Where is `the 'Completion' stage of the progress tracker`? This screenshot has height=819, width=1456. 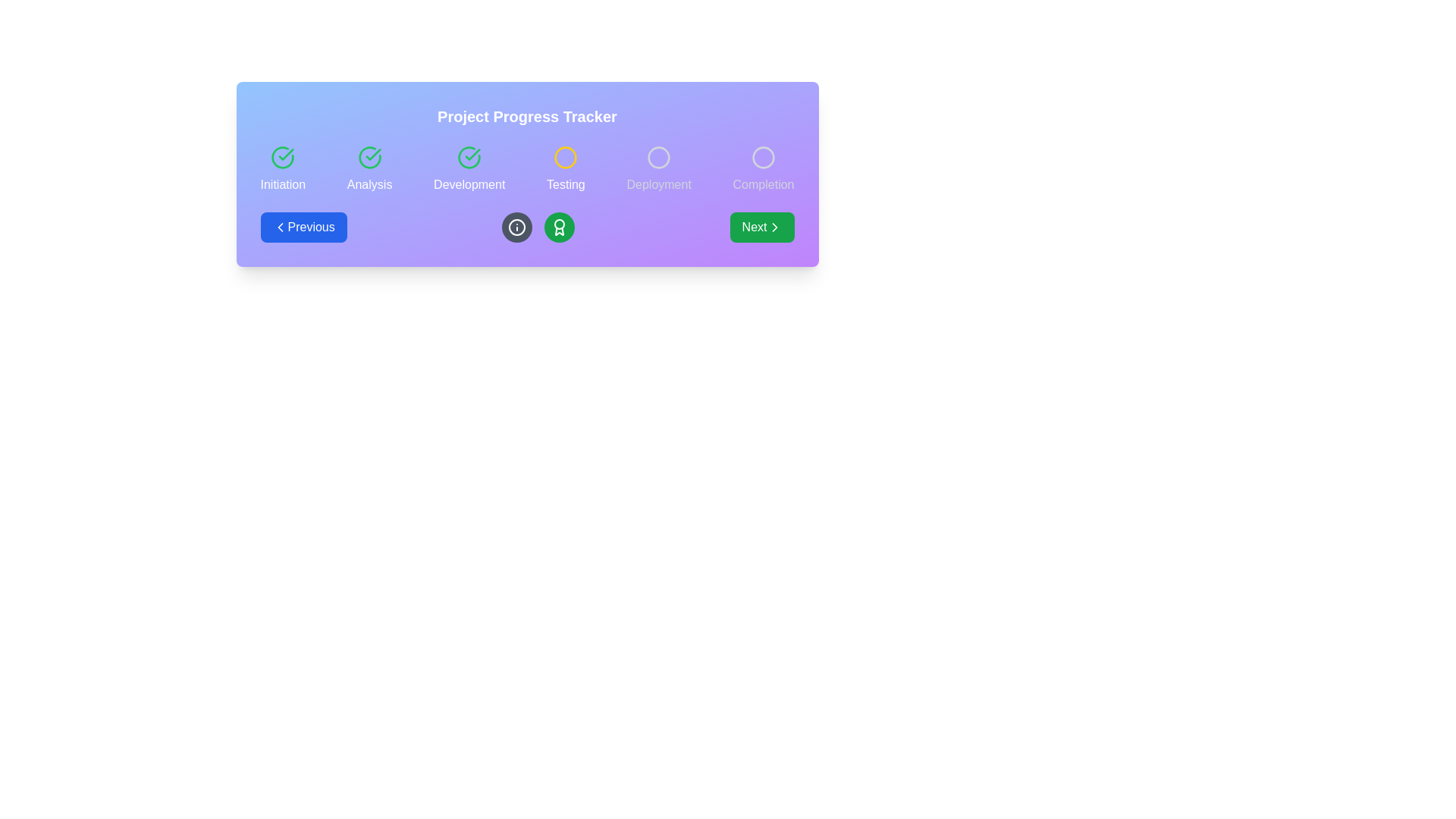
the 'Completion' stage of the progress tracker is located at coordinates (764, 169).